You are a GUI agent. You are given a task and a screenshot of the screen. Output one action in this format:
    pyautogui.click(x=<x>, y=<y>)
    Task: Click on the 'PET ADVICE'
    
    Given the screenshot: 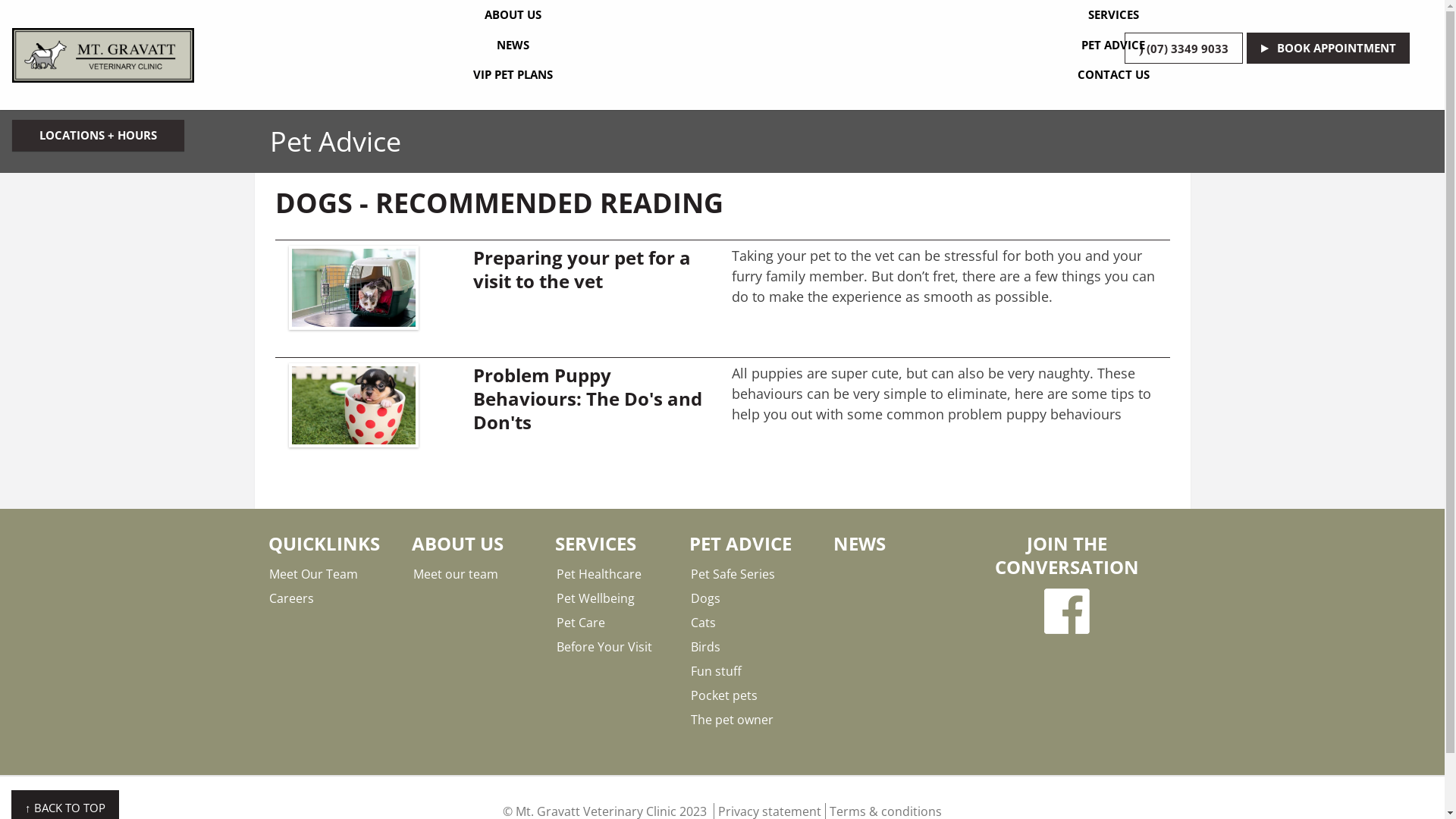 What is the action you would take?
    pyautogui.click(x=1113, y=45)
    